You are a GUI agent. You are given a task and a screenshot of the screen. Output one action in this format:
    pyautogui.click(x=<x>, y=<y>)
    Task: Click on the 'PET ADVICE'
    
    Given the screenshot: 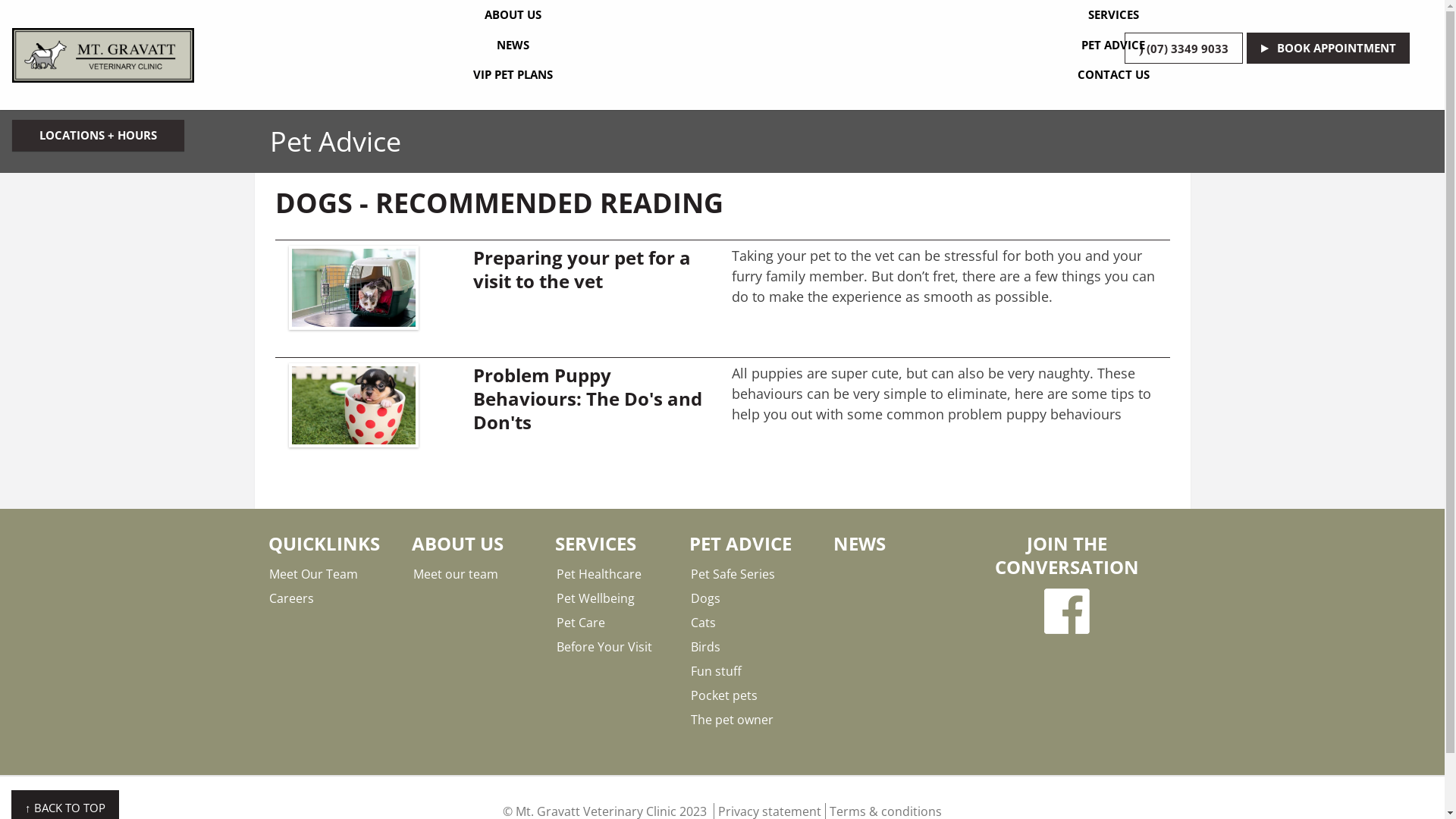 What is the action you would take?
    pyautogui.click(x=1113, y=45)
    